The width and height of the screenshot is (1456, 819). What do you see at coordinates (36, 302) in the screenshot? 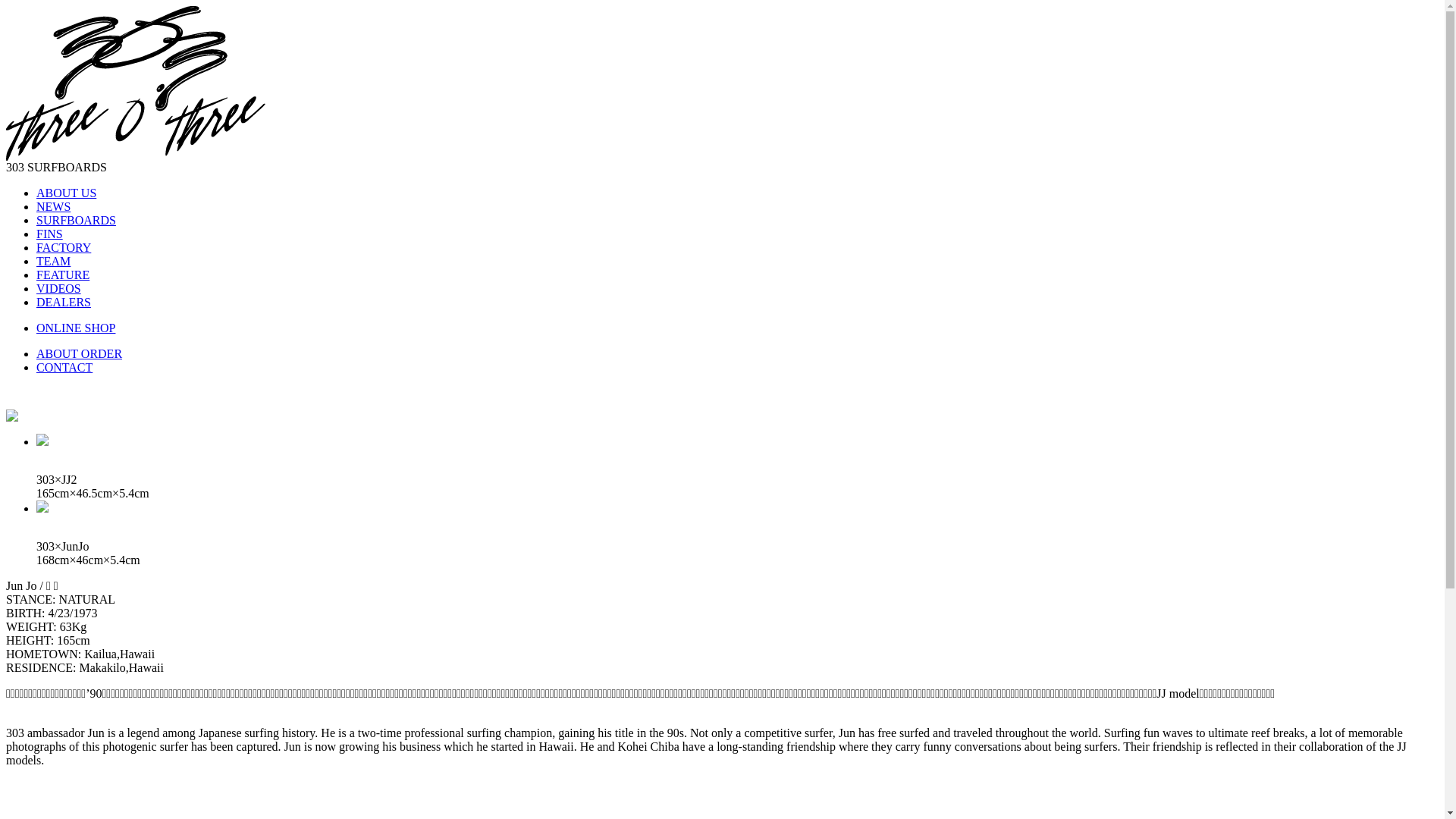
I see `'DEALERS'` at bounding box center [36, 302].